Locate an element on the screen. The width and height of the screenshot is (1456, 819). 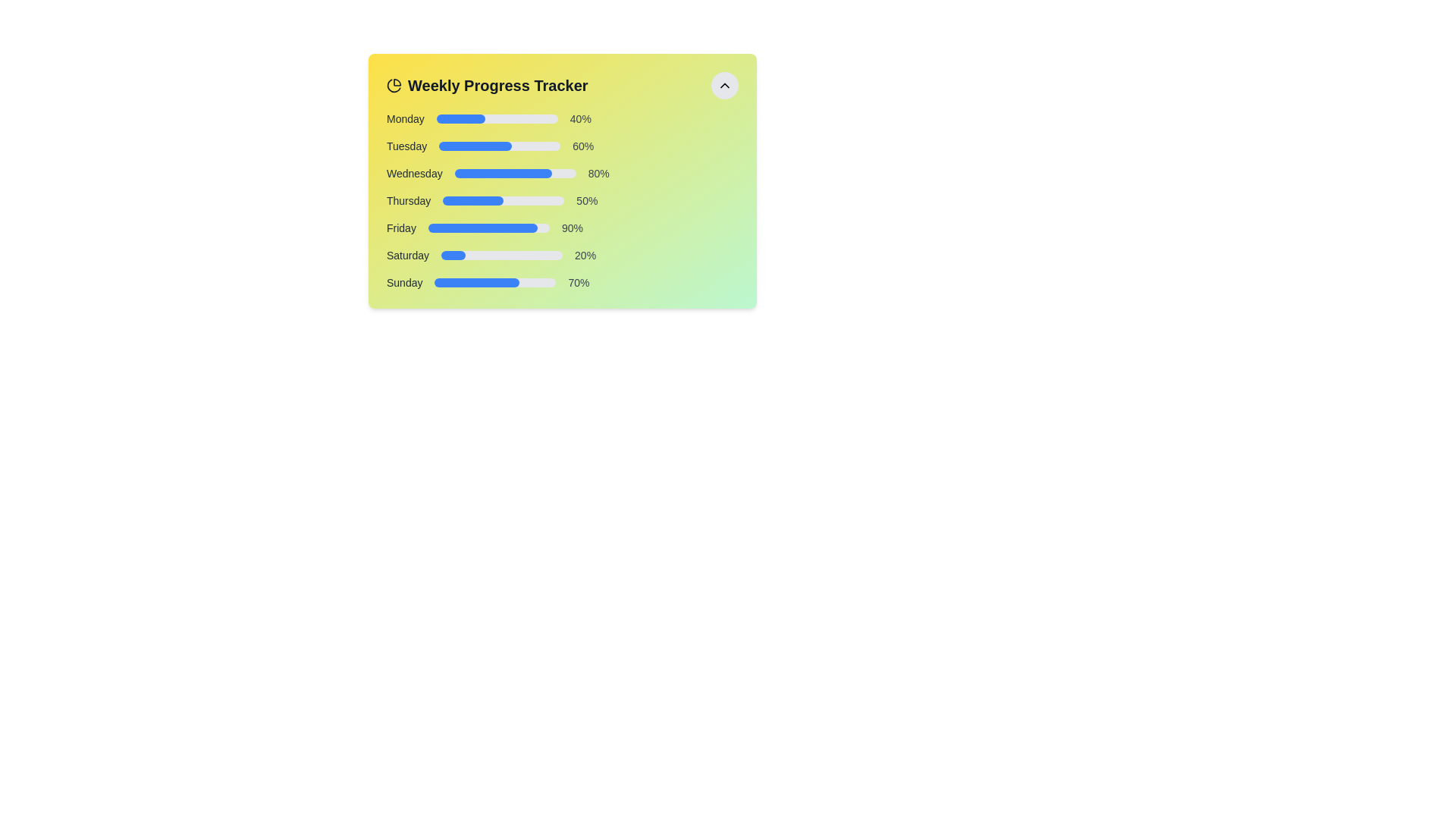
the static text displaying '40%' which indicates the progress completed for the 'Monday' entry in the weekly tracker is located at coordinates (579, 118).